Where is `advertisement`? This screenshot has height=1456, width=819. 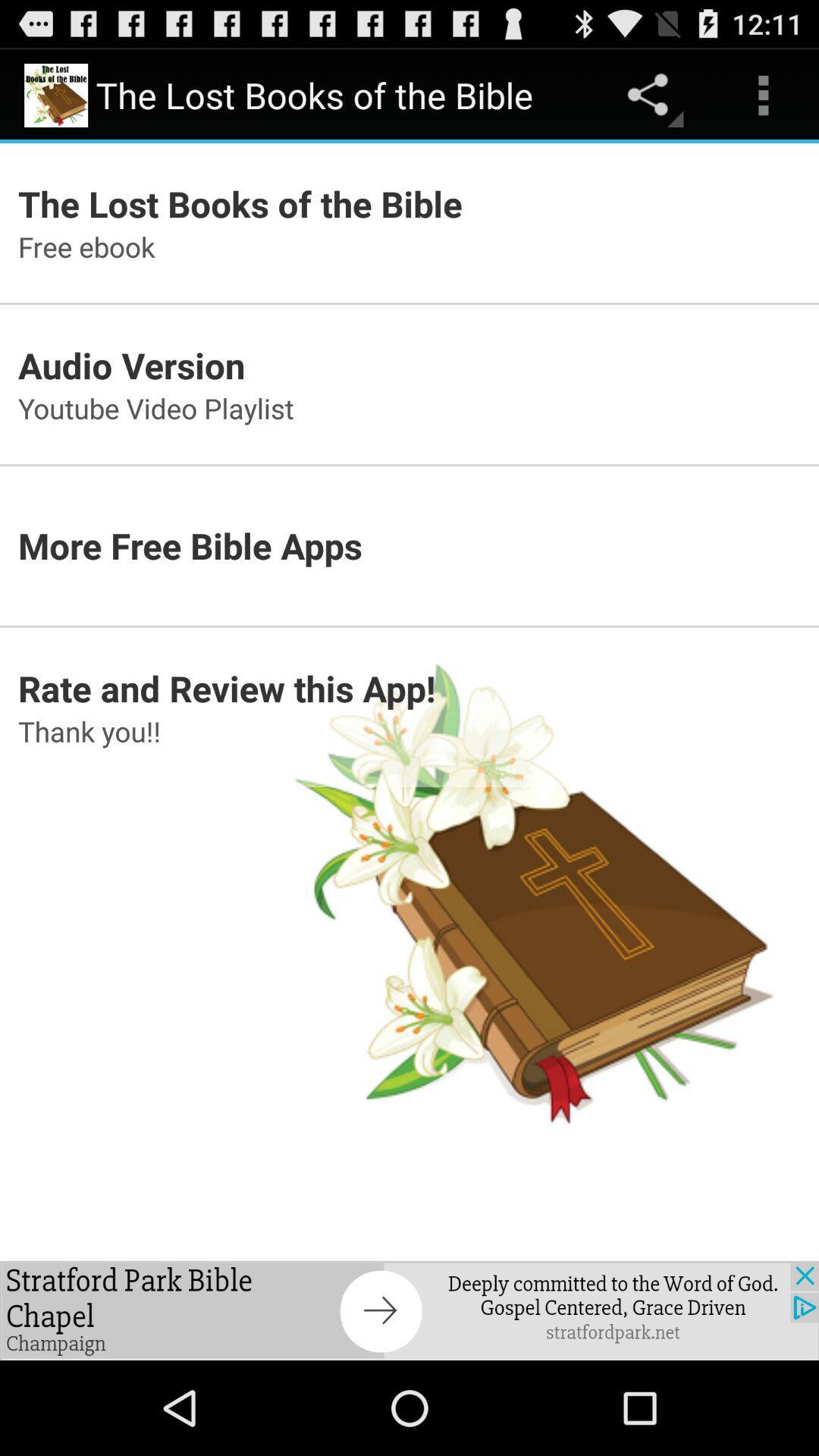
advertisement is located at coordinates (409, 1310).